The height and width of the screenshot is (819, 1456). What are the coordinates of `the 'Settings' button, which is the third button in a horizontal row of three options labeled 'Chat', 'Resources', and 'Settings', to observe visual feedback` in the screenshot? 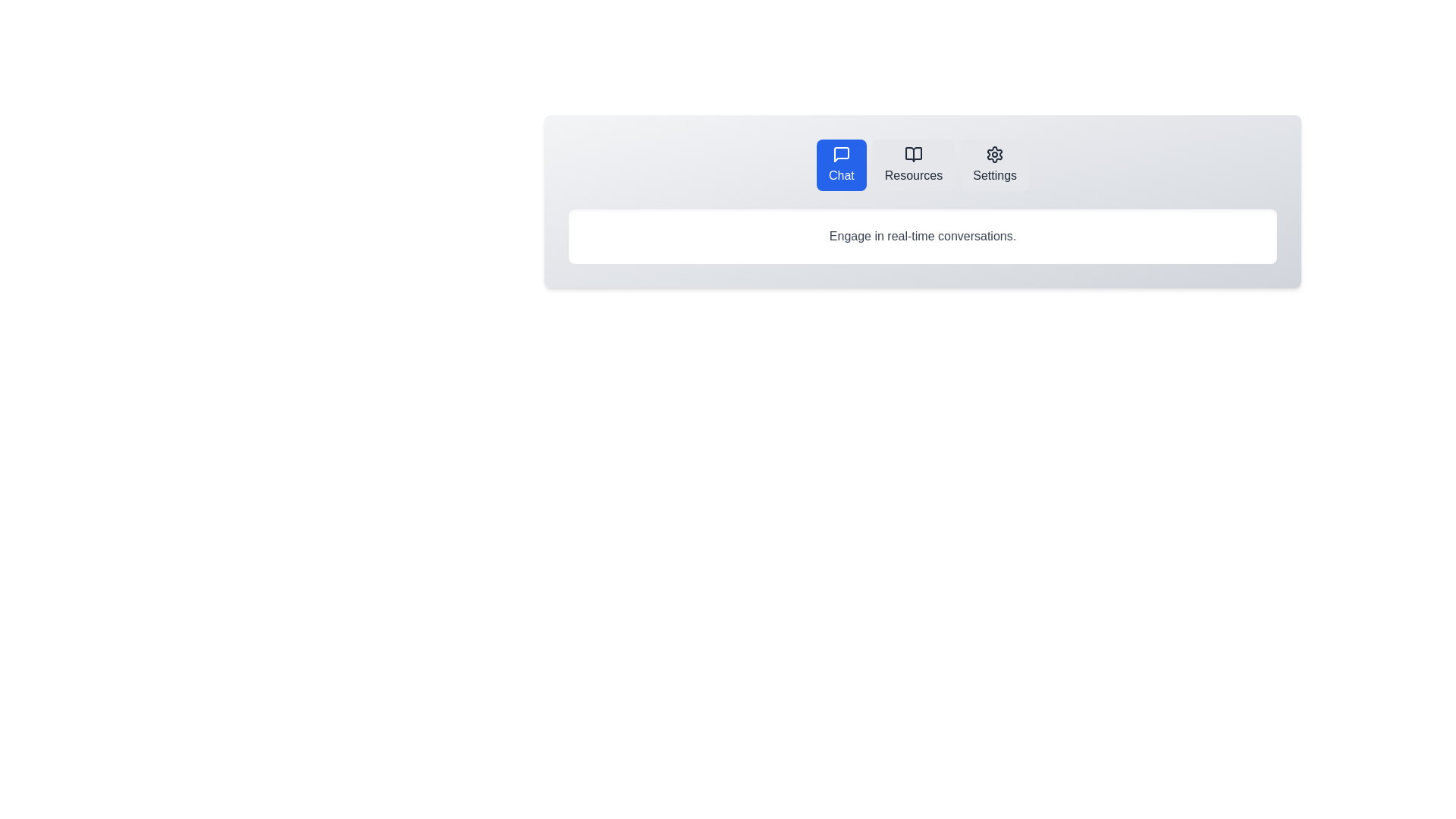 It's located at (995, 165).